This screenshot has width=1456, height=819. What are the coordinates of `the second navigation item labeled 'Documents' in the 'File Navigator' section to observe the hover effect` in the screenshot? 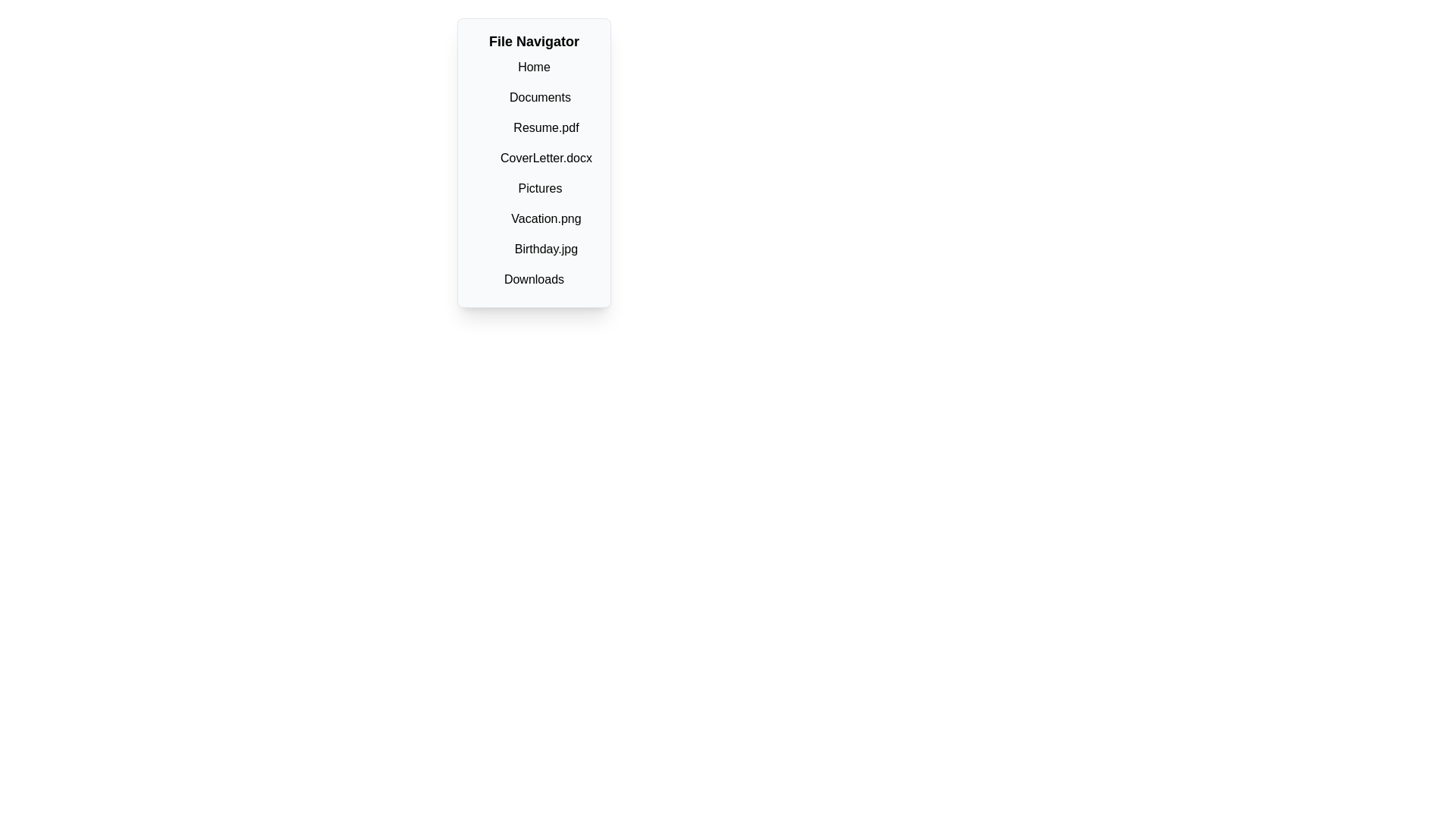 It's located at (540, 97).